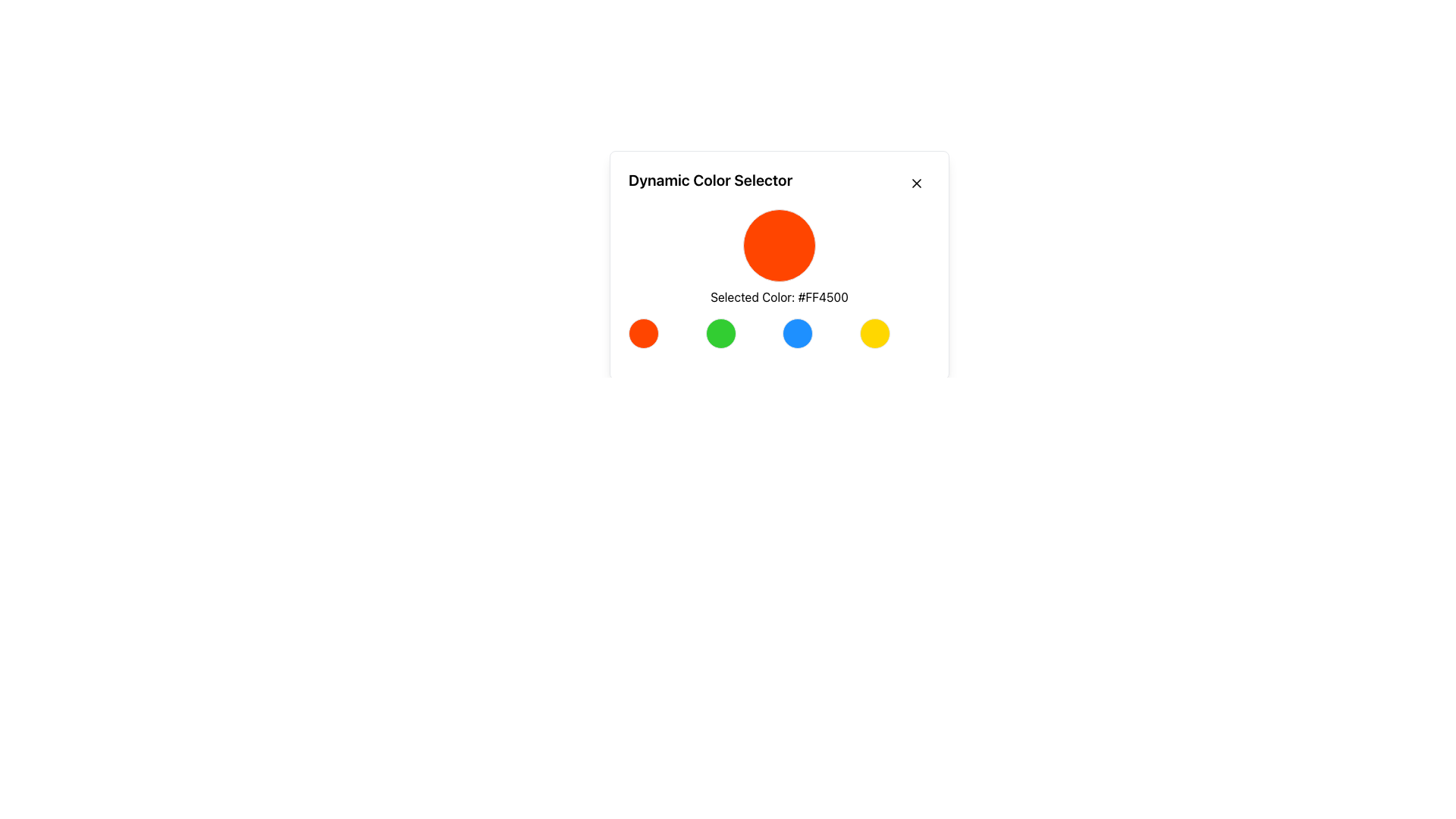 This screenshot has width=1456, height=819. What do you see at coordinates (779, 183) in the screenshot?
I see `title 'Dynamic Color Selector' from the header element, which includes a close button on the right side` at bounding box center [779, 183].